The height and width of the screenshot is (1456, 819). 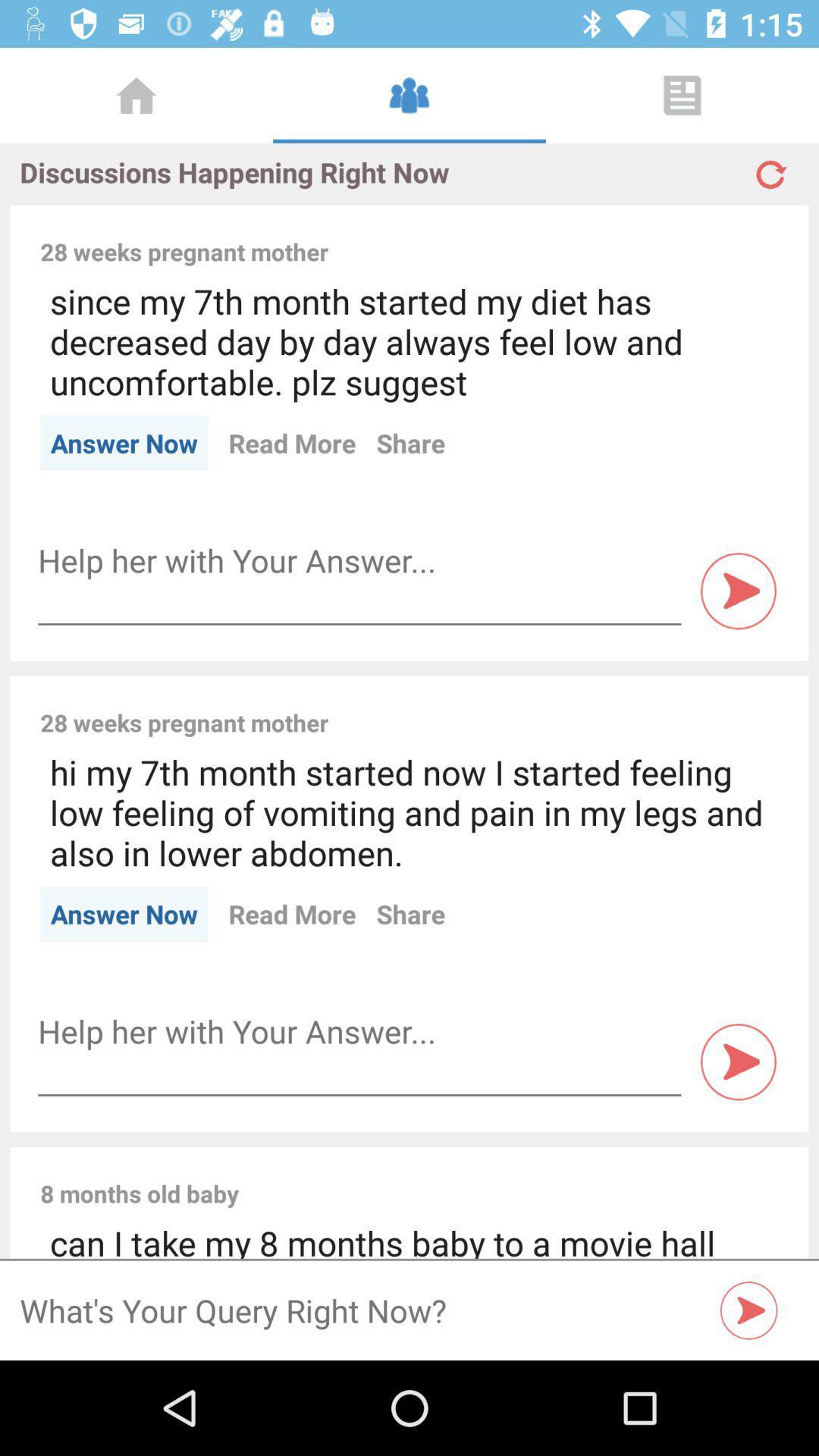 What do you see at coordinates (409, 1239) in the screenshot?
I see `item below 8 months old item` at bounding box center [409, 1239].